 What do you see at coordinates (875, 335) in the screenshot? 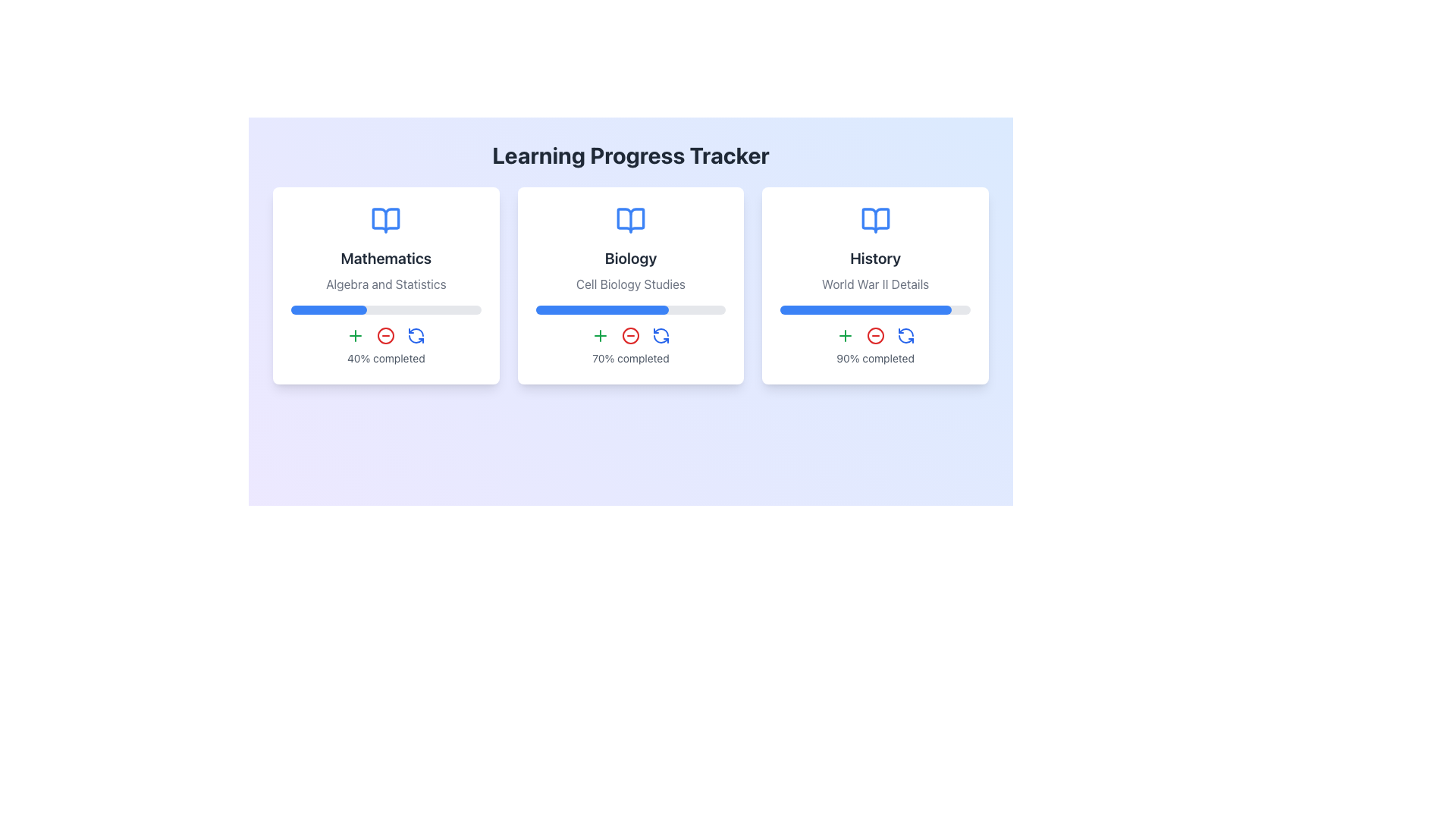
I see `the red icon in the interactive icon group located below the progress bar and above the text '90% completed' in the last card of the horizontally arranged list` at bounding box center [875, 335].